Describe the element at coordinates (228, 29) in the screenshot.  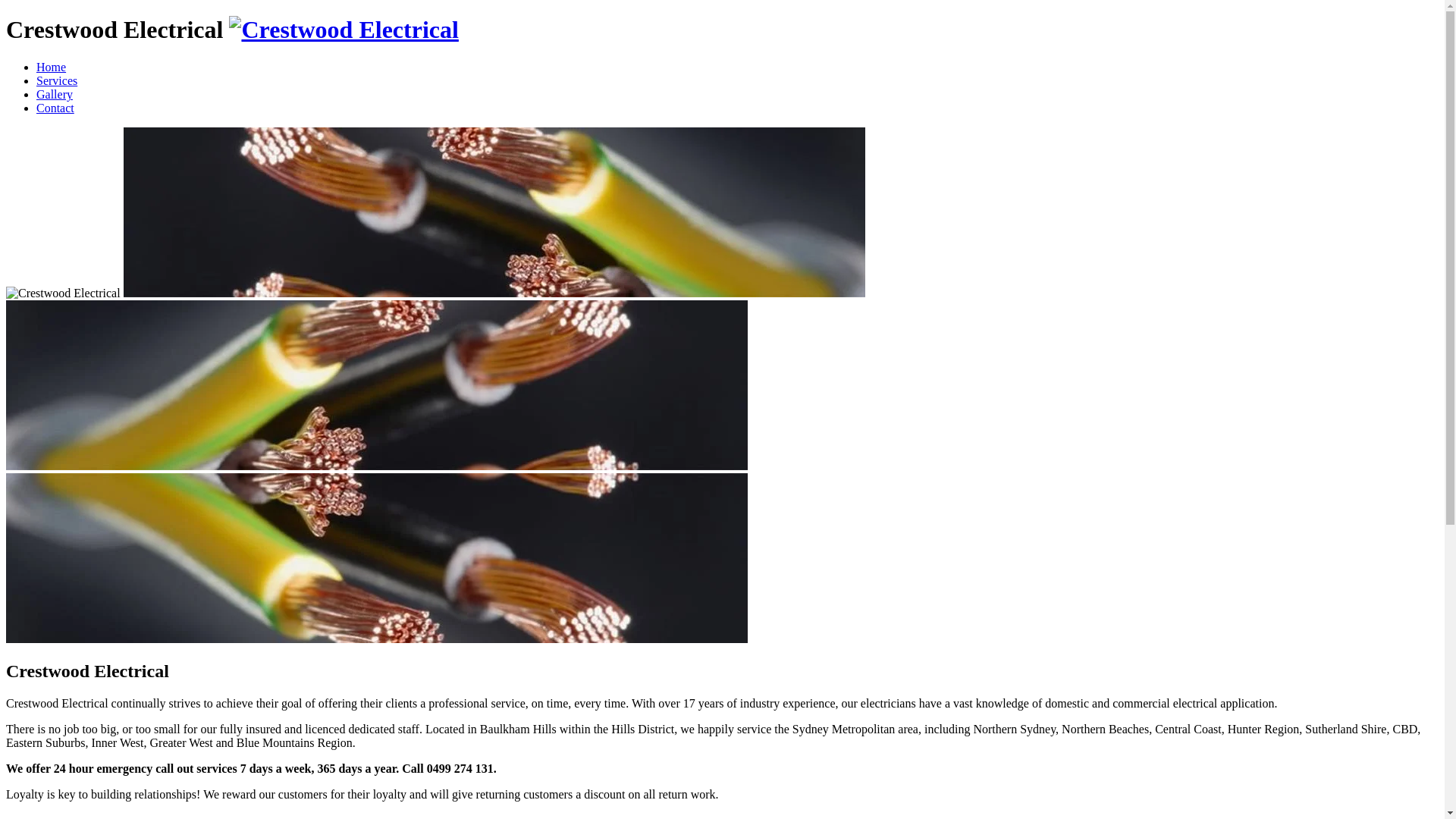
I see `'Crestwood Electrical'` at that location.